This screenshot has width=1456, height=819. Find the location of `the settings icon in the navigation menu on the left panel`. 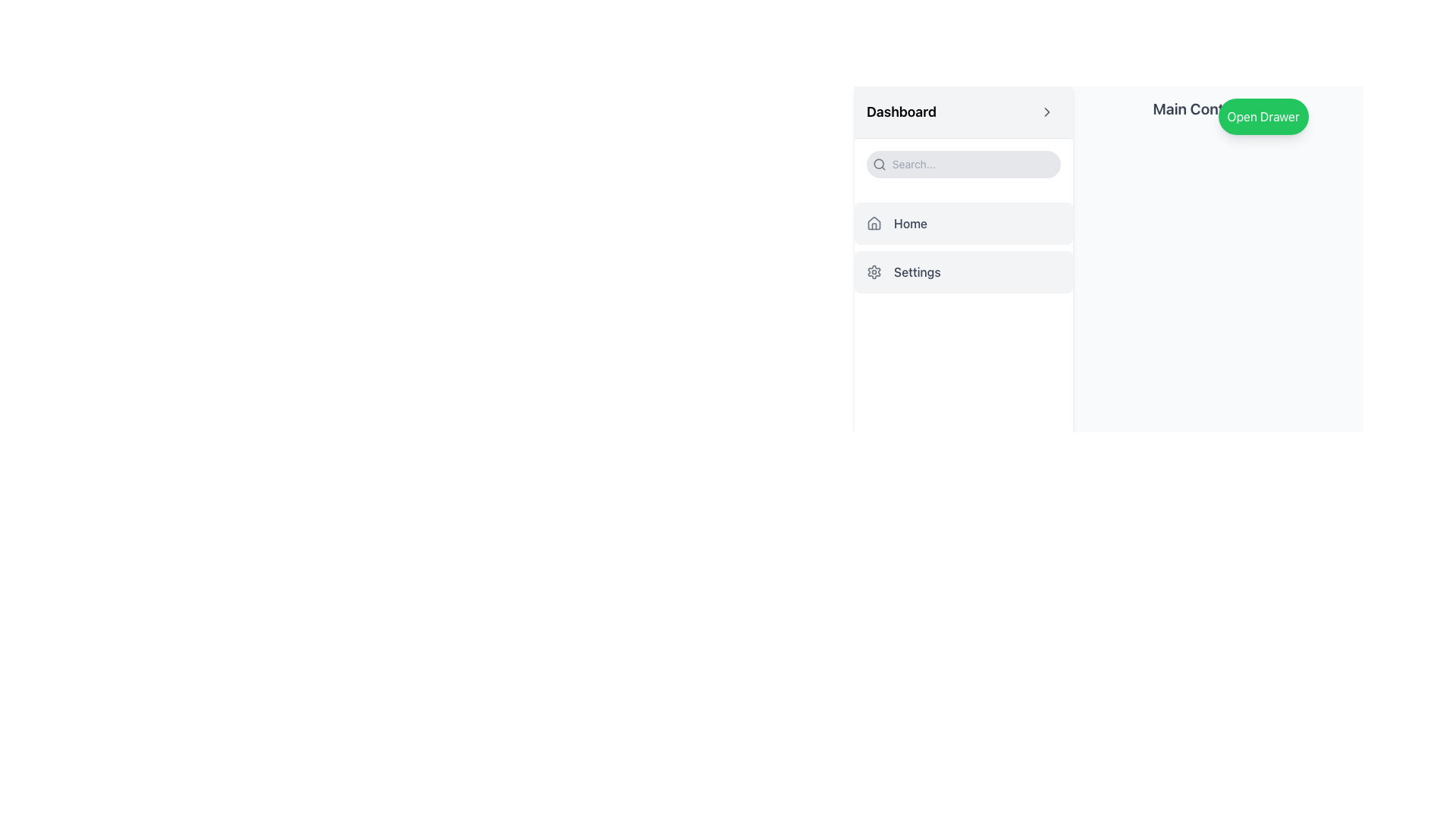

the settings icon in the navigation menu on the left panel is located at coordinates (874, 271).